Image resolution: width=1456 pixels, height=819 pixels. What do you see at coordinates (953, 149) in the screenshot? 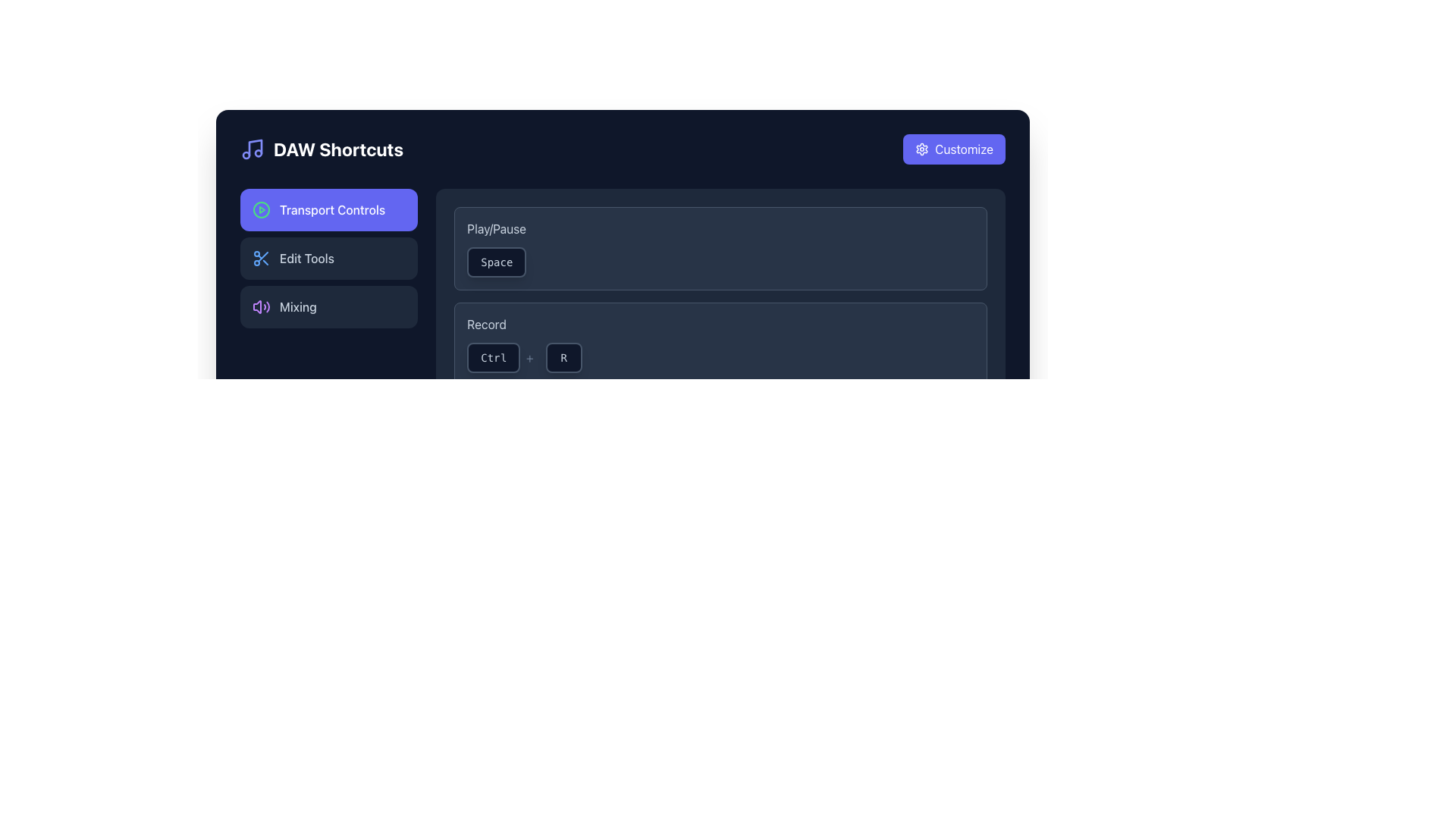
I see `the 'Customize' button with a rounded rectangle shape, blue background, and white text` at bounding box center [953, 149].